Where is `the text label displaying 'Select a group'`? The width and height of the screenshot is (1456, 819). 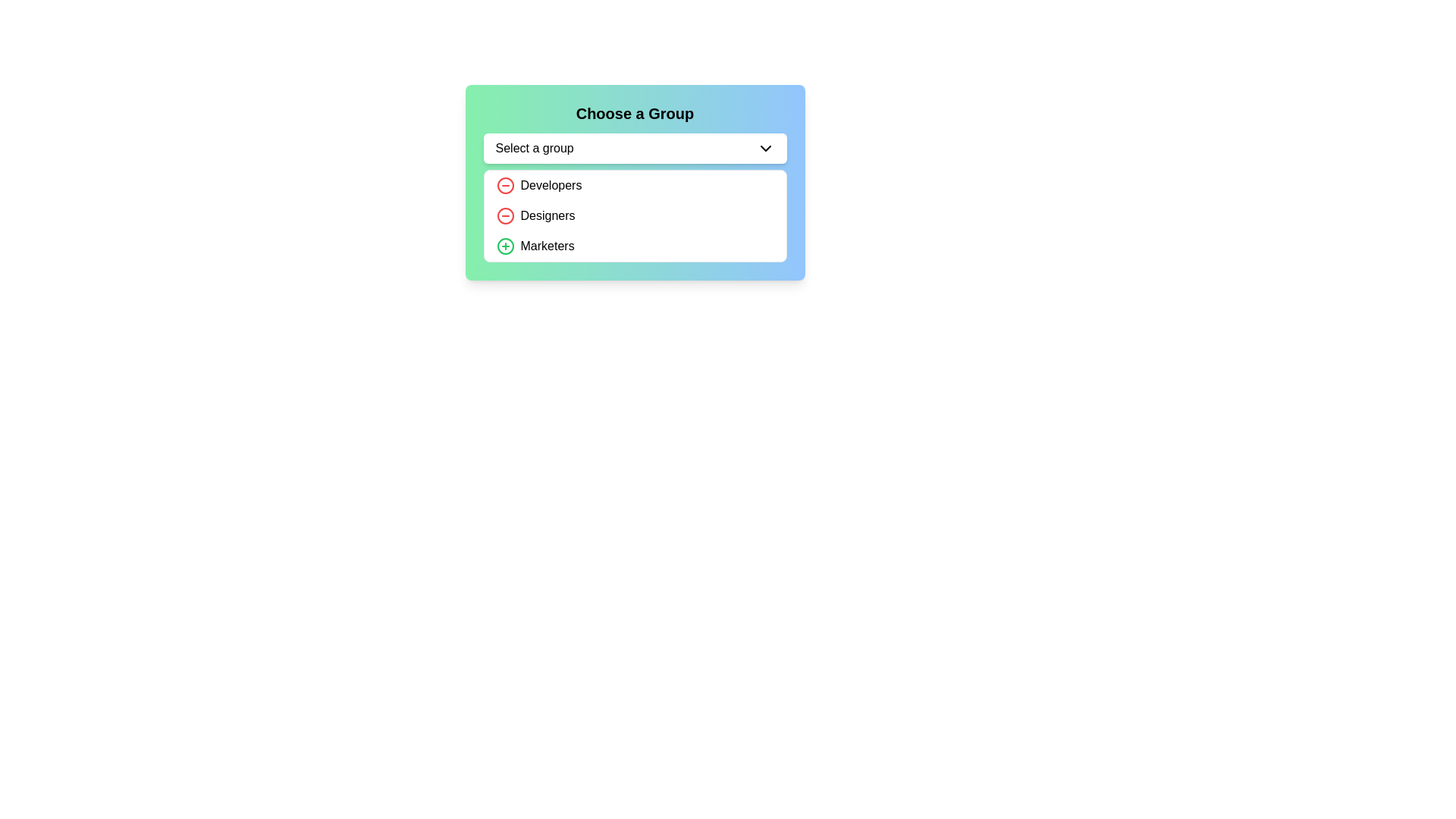
the text label displaying 'Select a group' is located at coordinates (535, 149).